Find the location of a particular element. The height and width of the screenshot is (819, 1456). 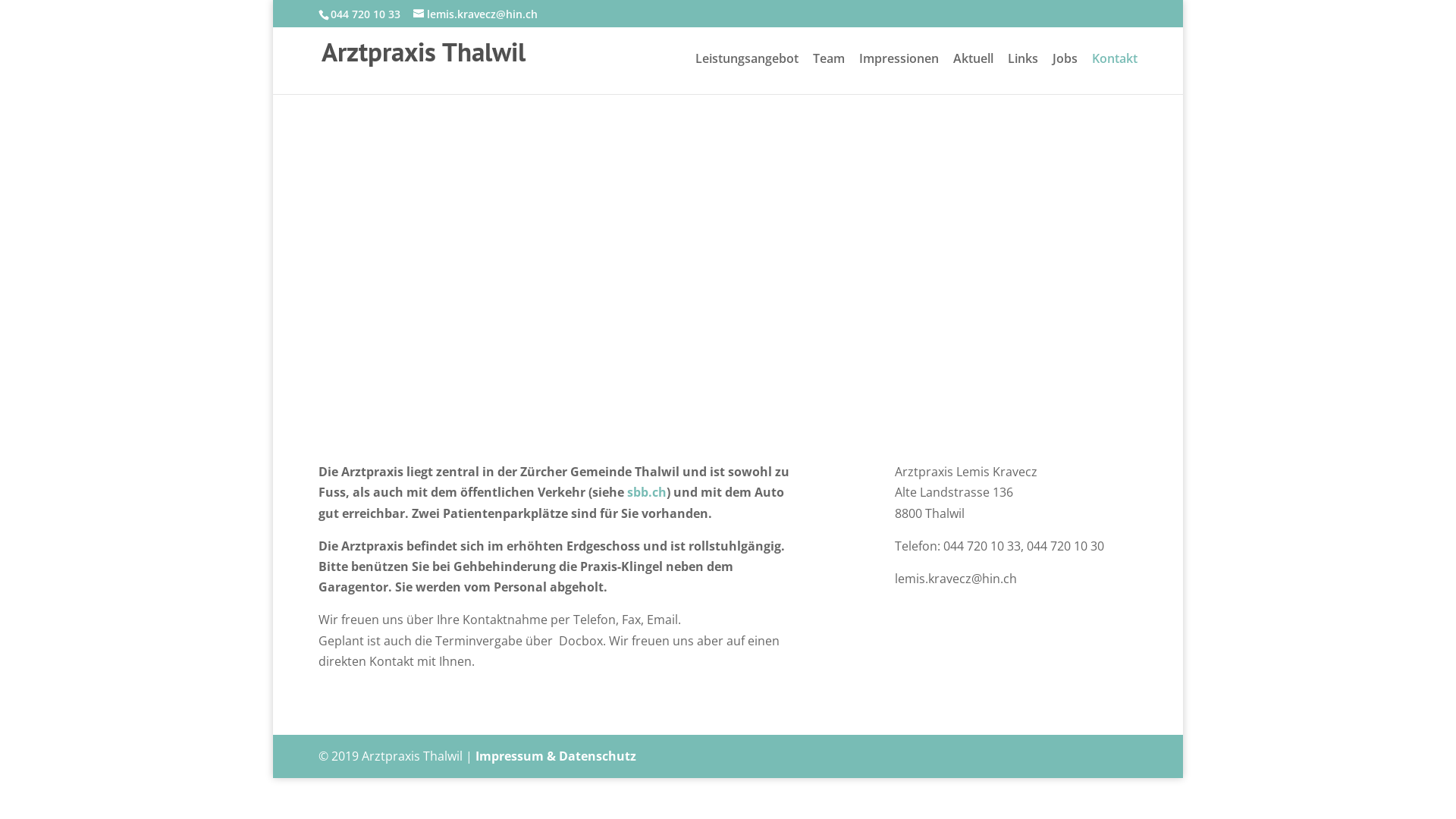

'Aktuell' is located at coordinates (952, 73).